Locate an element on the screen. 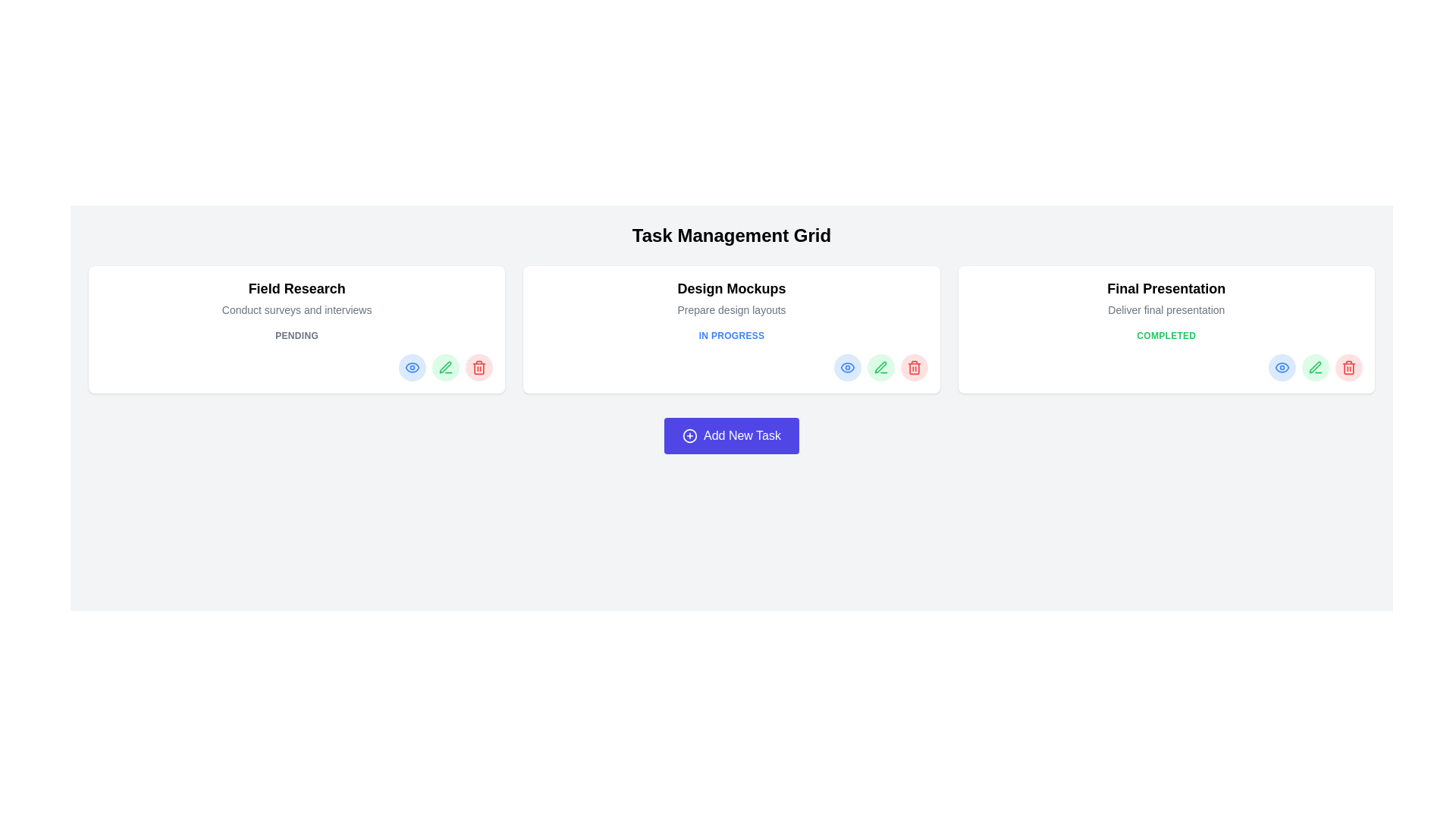  icons for available actions in the action bar located at the bottom of the 'Field Research' task card, which contains buttons for viewing, editing, or deleting tasks is located at coordinates (297, 368).